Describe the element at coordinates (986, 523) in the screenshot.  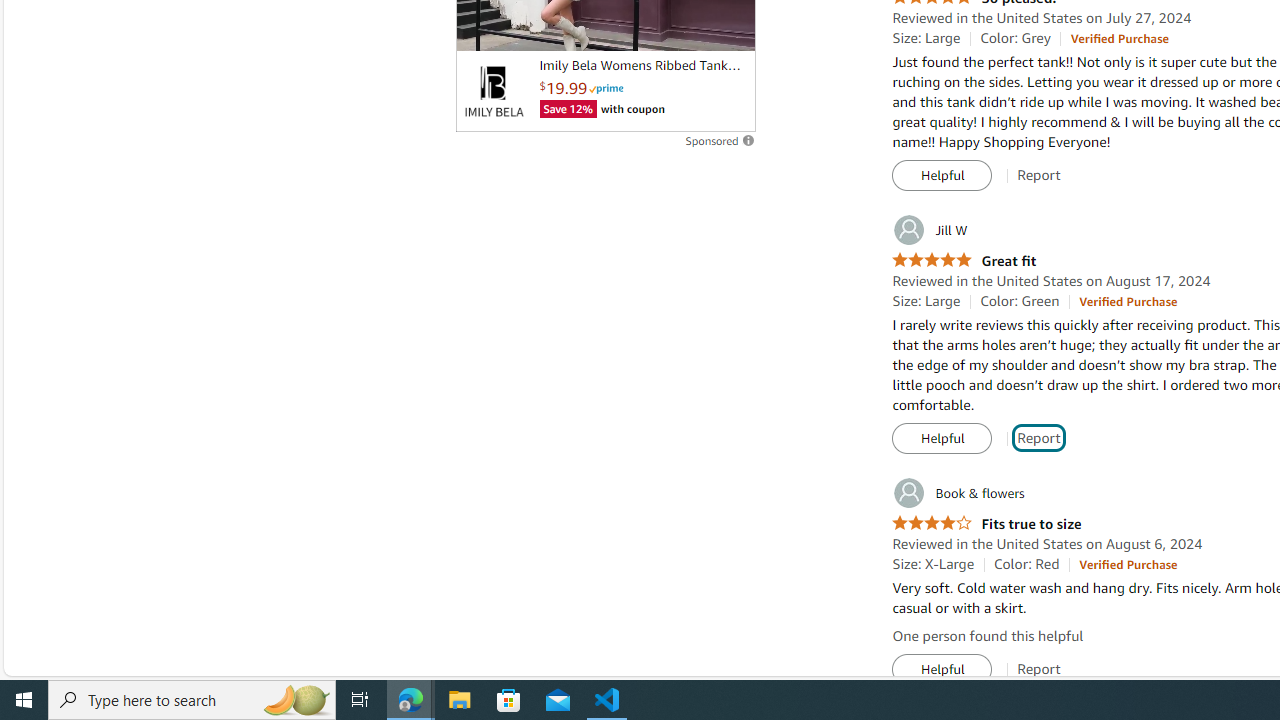
I see `'4.0 out of 5 stars Fits true to size'` at that location.